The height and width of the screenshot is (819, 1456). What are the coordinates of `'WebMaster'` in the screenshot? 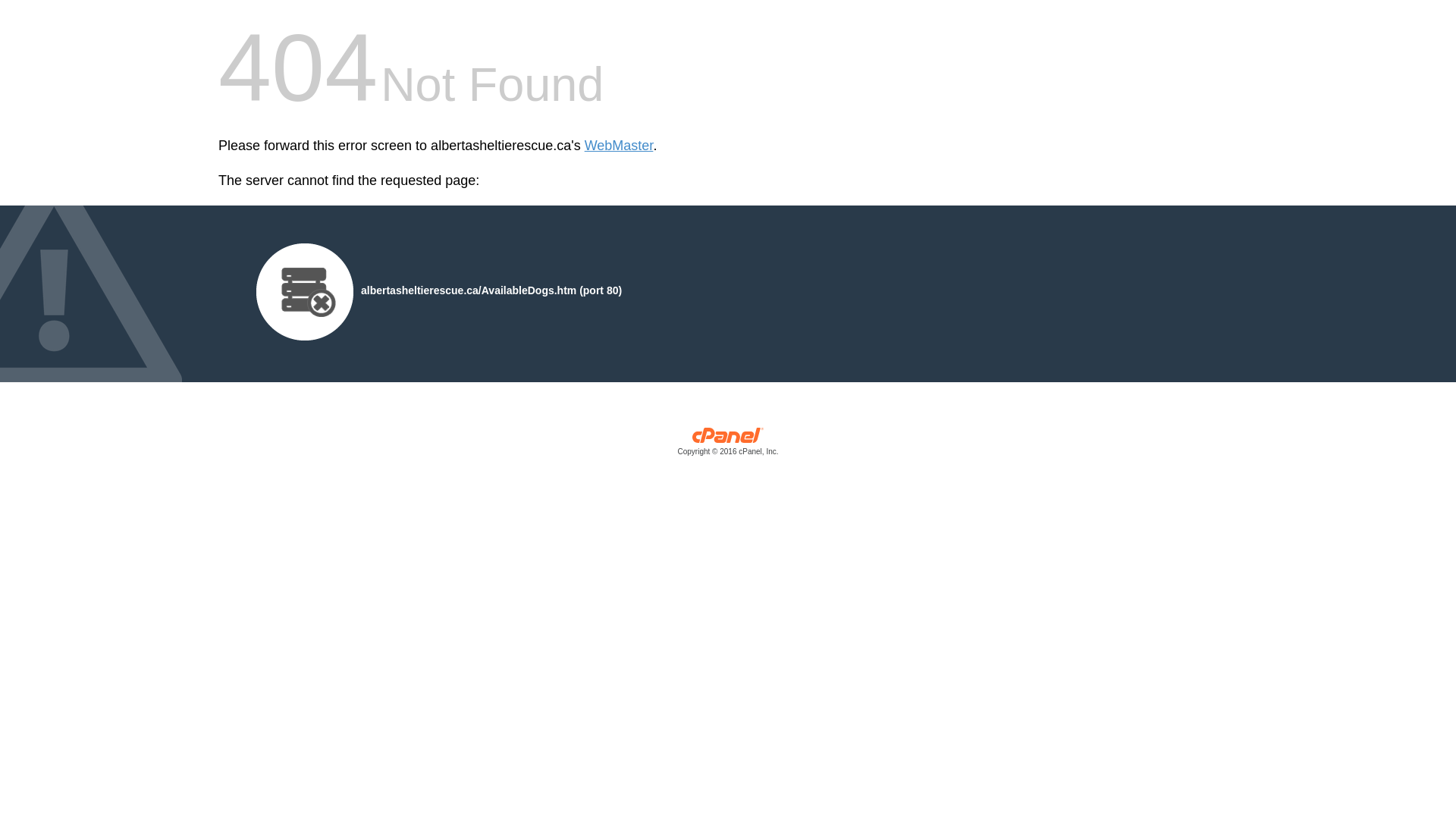 It's located at (619, 146).